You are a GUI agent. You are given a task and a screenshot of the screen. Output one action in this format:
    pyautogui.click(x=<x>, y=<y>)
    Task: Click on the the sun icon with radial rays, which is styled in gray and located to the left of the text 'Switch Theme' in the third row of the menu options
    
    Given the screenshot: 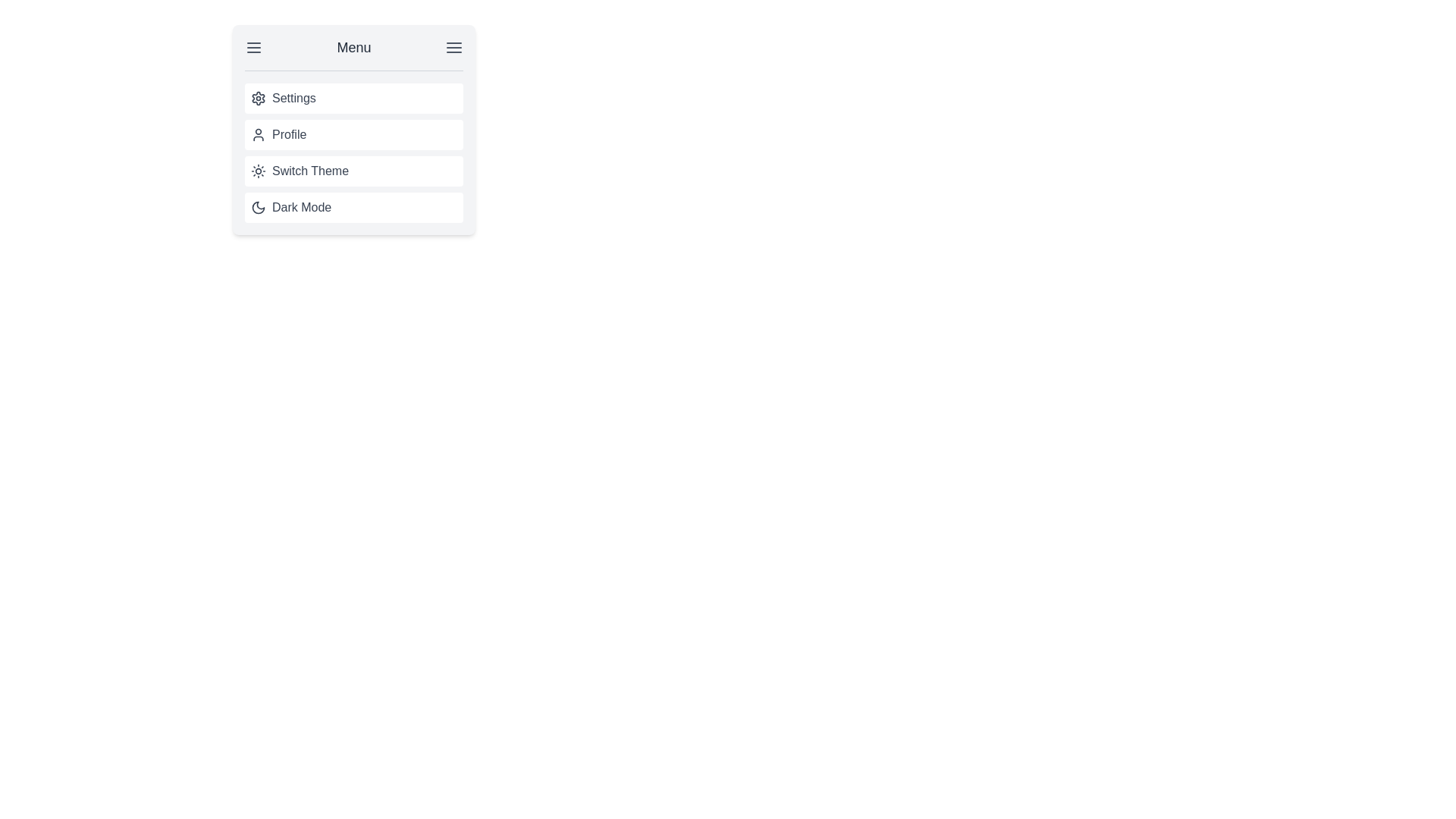 What is the action you would take?
    pyautogui.click(x=258, y=171)
    